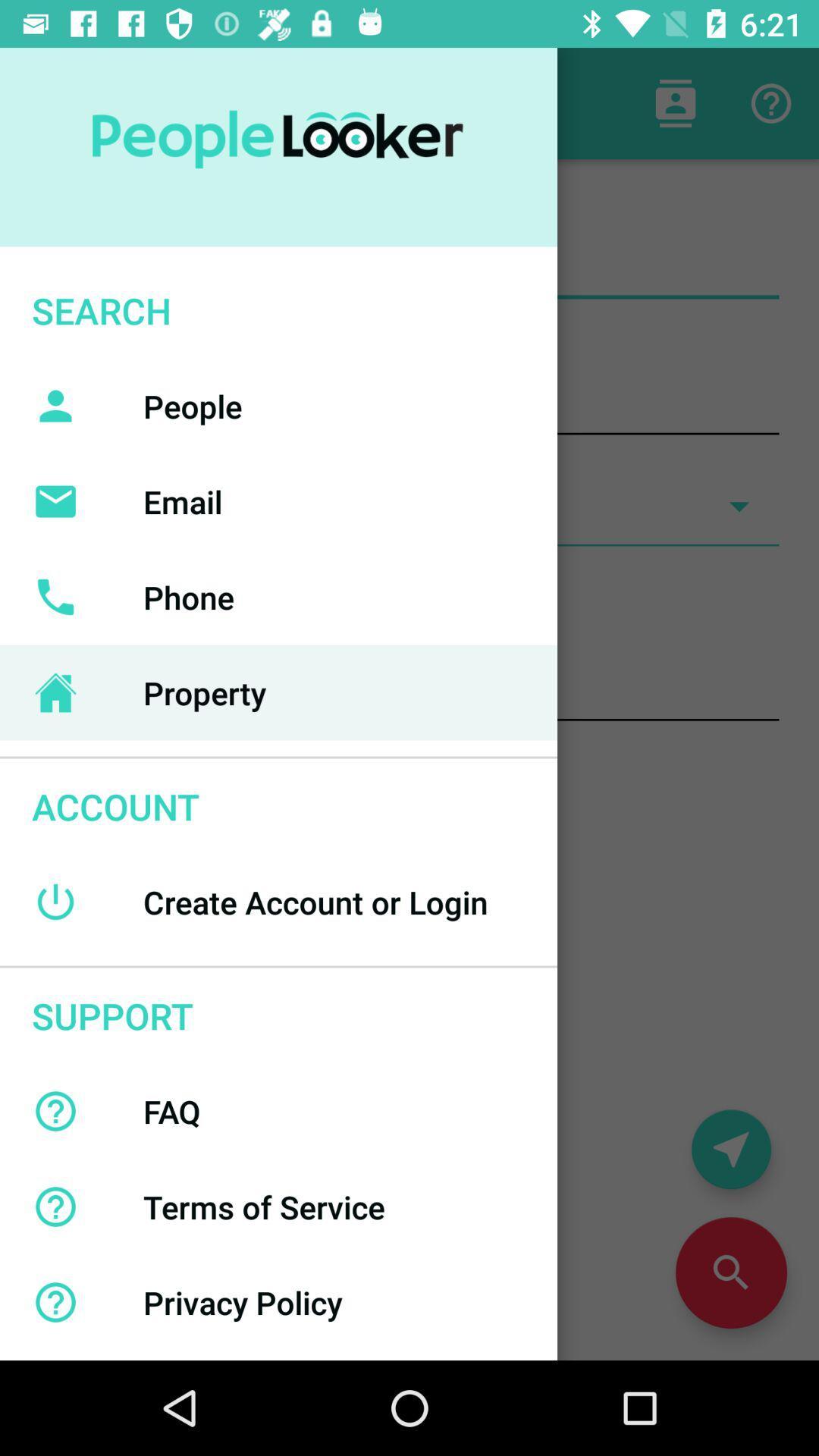 The height and width of the screenshot is (1456, 819). Describe the element at coordinates (730, 1272) in the screenshot. I see `the search icon` at that location.